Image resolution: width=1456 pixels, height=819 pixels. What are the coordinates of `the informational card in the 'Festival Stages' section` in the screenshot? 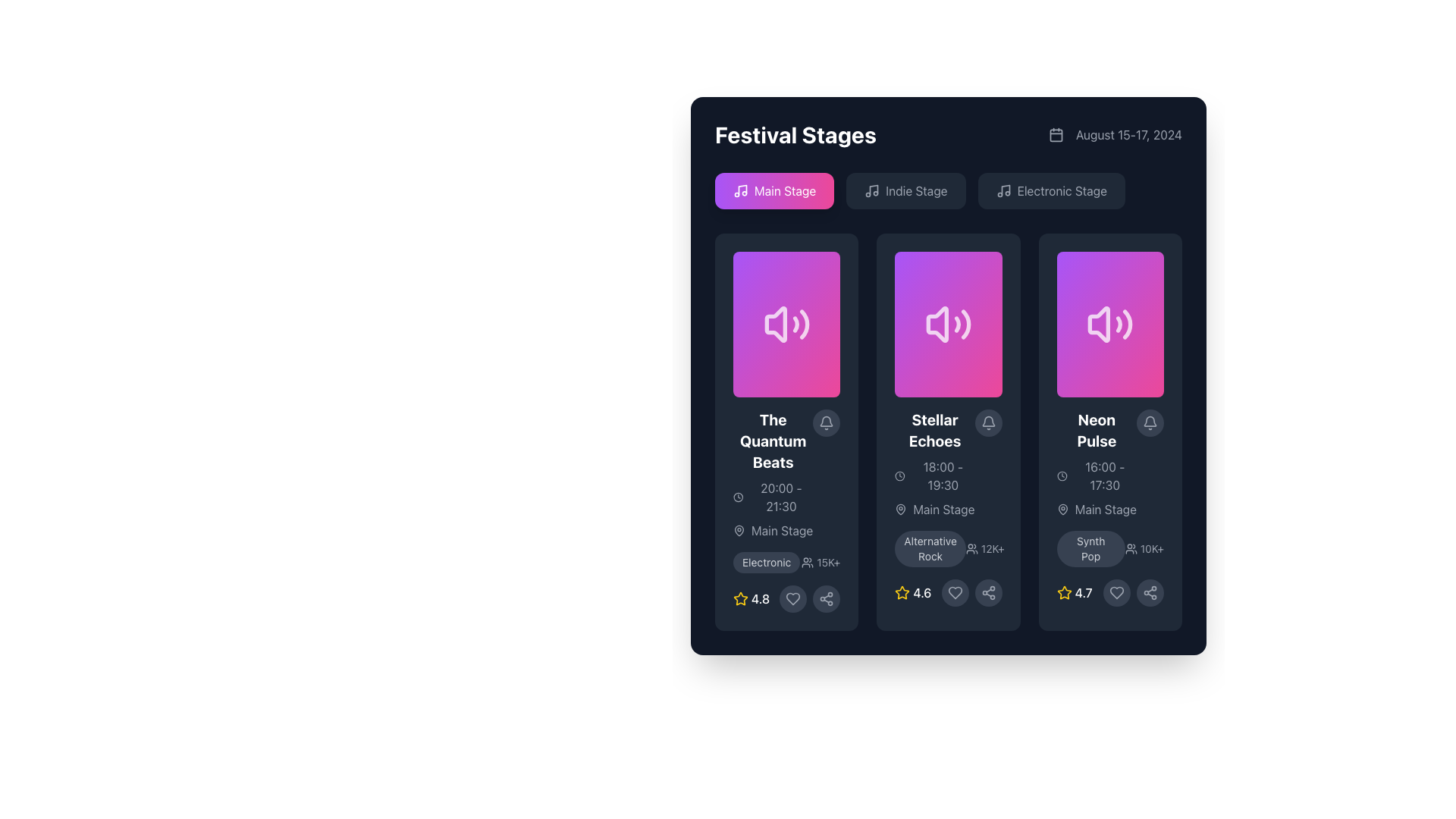 It's located at (786, 432).